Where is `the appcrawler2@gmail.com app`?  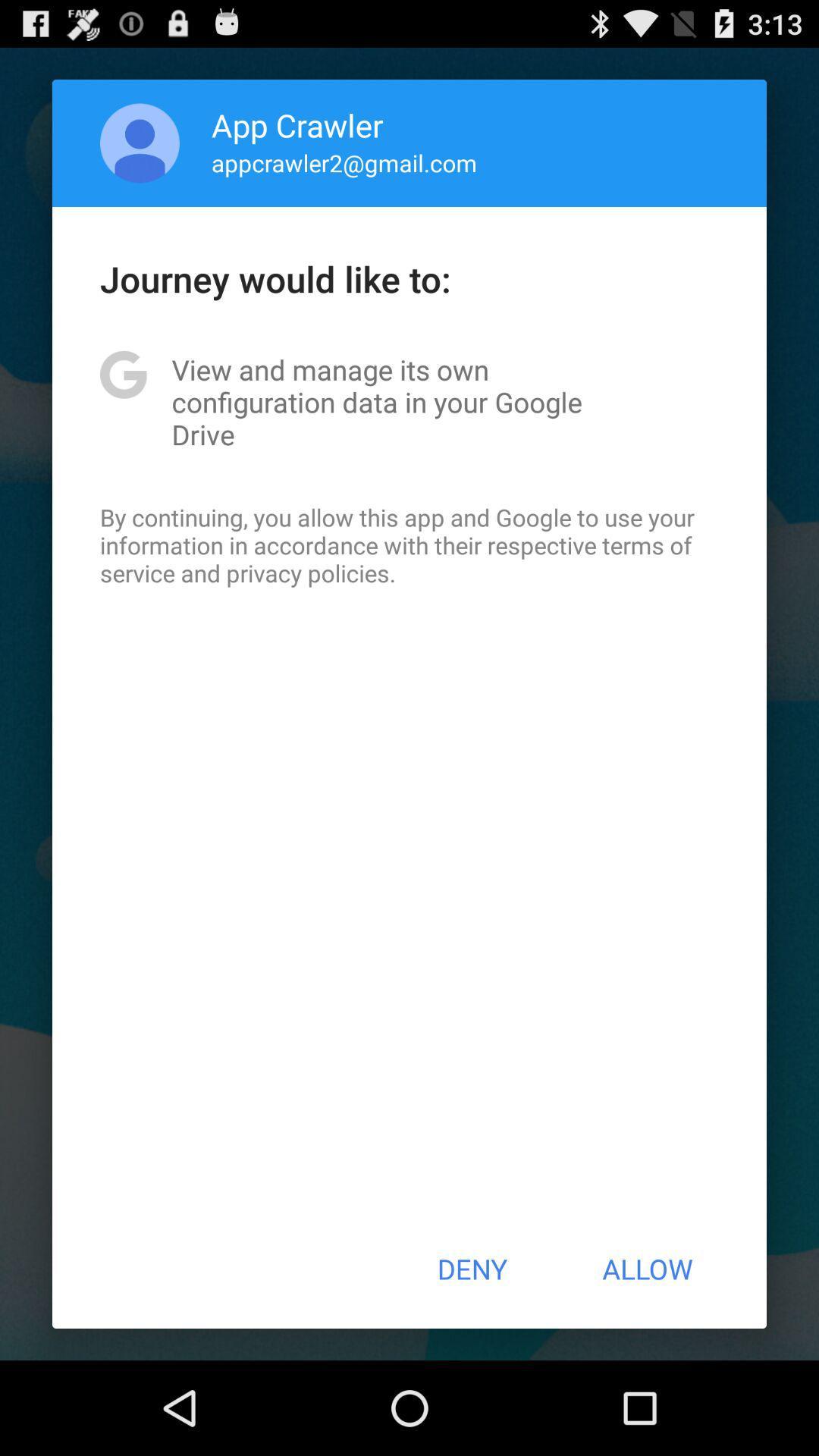
the appcrawler2@gmail.com app is located at coordinates (344, 162).